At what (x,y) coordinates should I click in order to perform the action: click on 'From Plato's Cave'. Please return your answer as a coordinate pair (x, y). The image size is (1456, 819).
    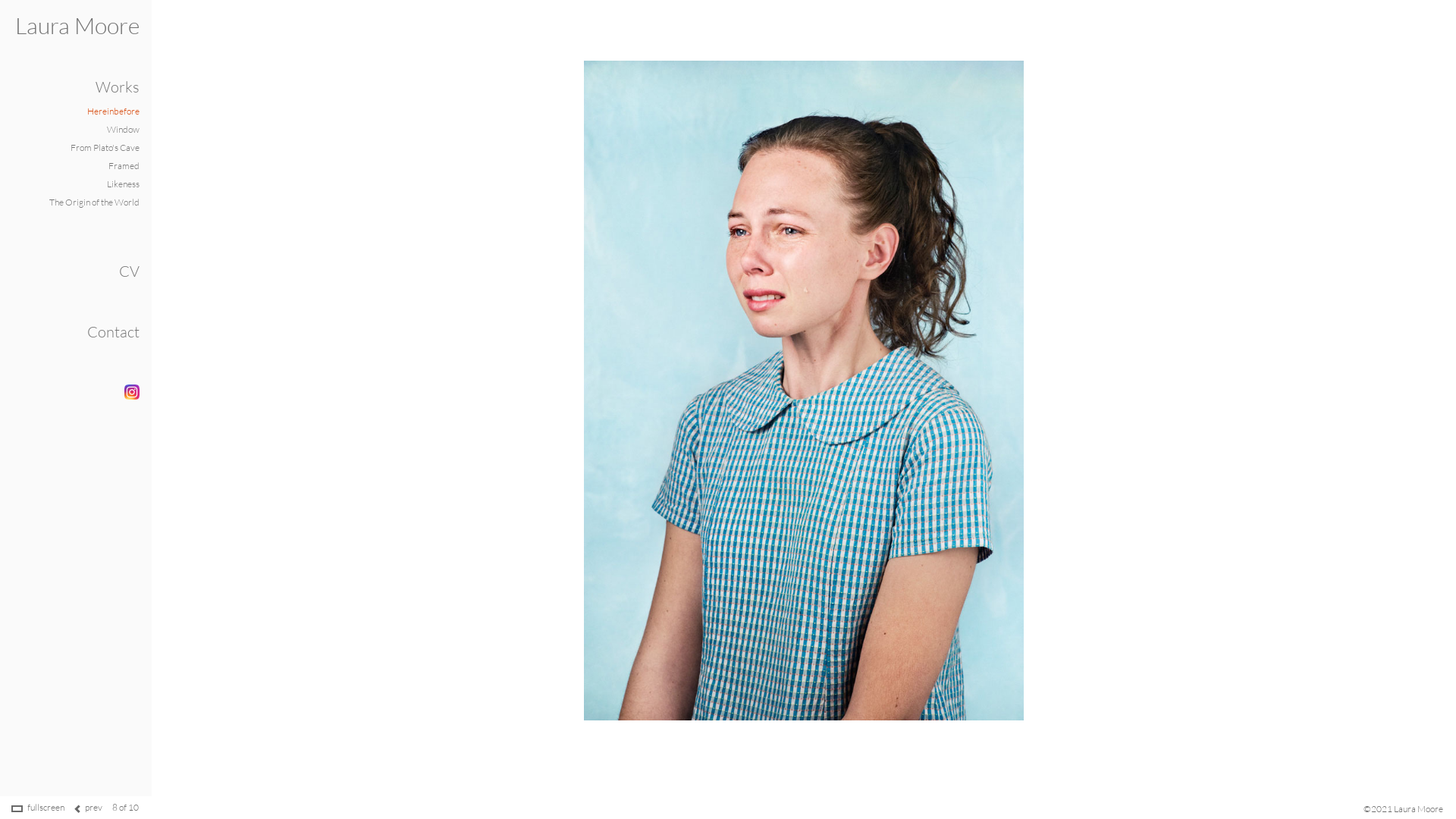
    Looking at the image, I should click on (69, 147).